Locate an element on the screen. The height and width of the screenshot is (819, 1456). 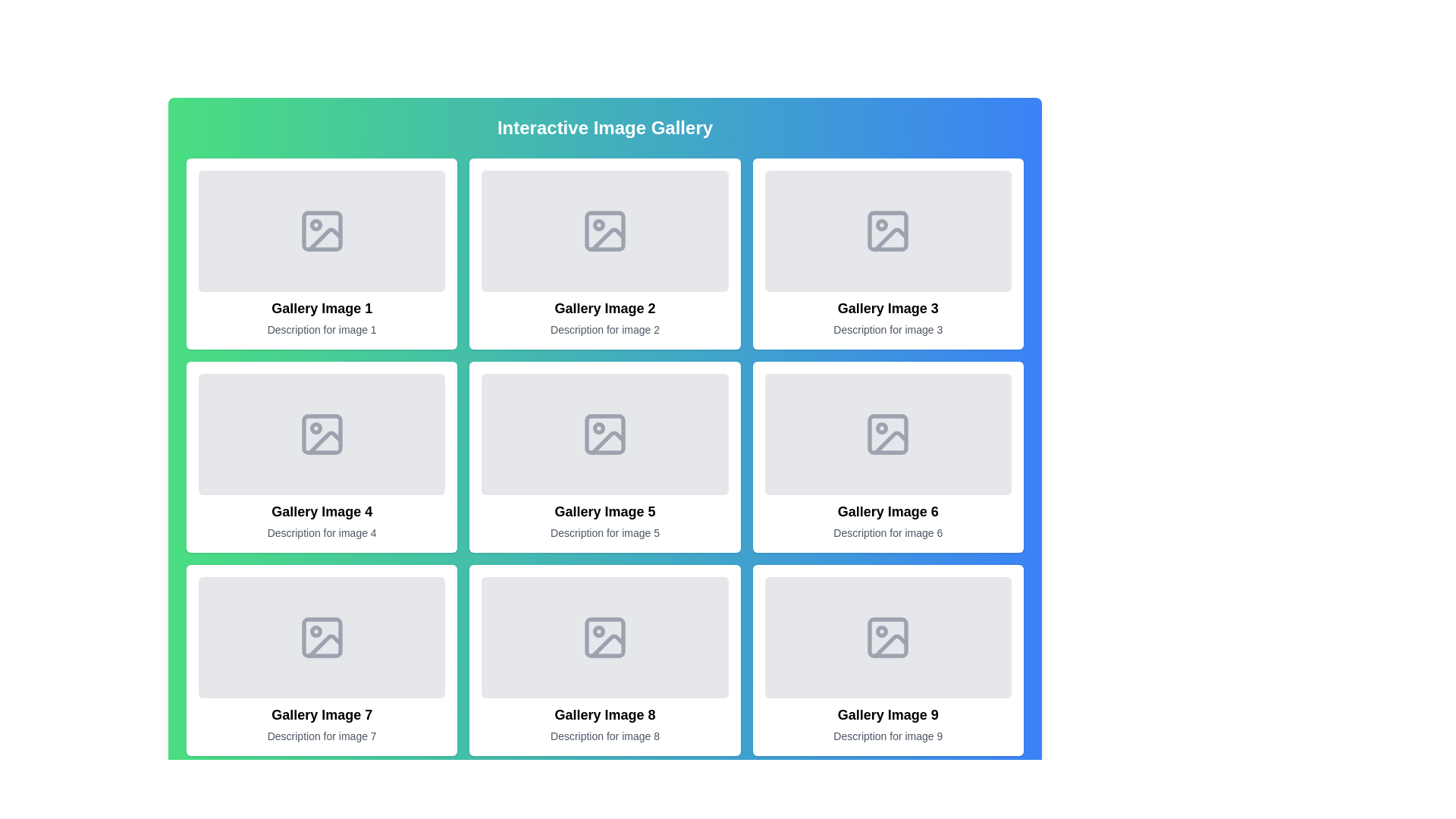
the top left rectangle of the gallery grid, which represents 'Gallery Image 1' is located at coordinates (321, 231).